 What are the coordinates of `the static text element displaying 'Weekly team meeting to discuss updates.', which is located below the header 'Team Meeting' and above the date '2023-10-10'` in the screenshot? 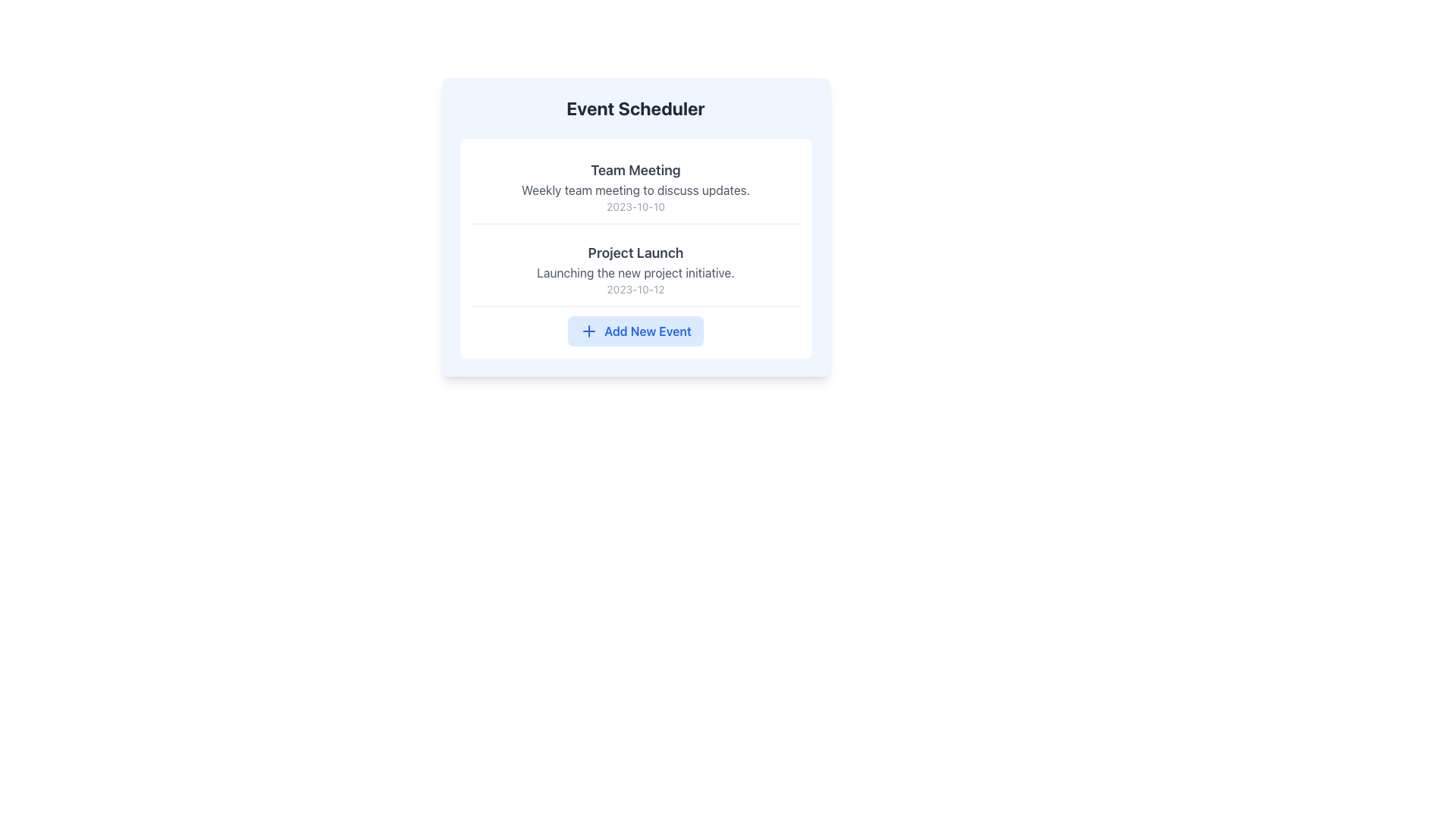 It's located at (635, 189).